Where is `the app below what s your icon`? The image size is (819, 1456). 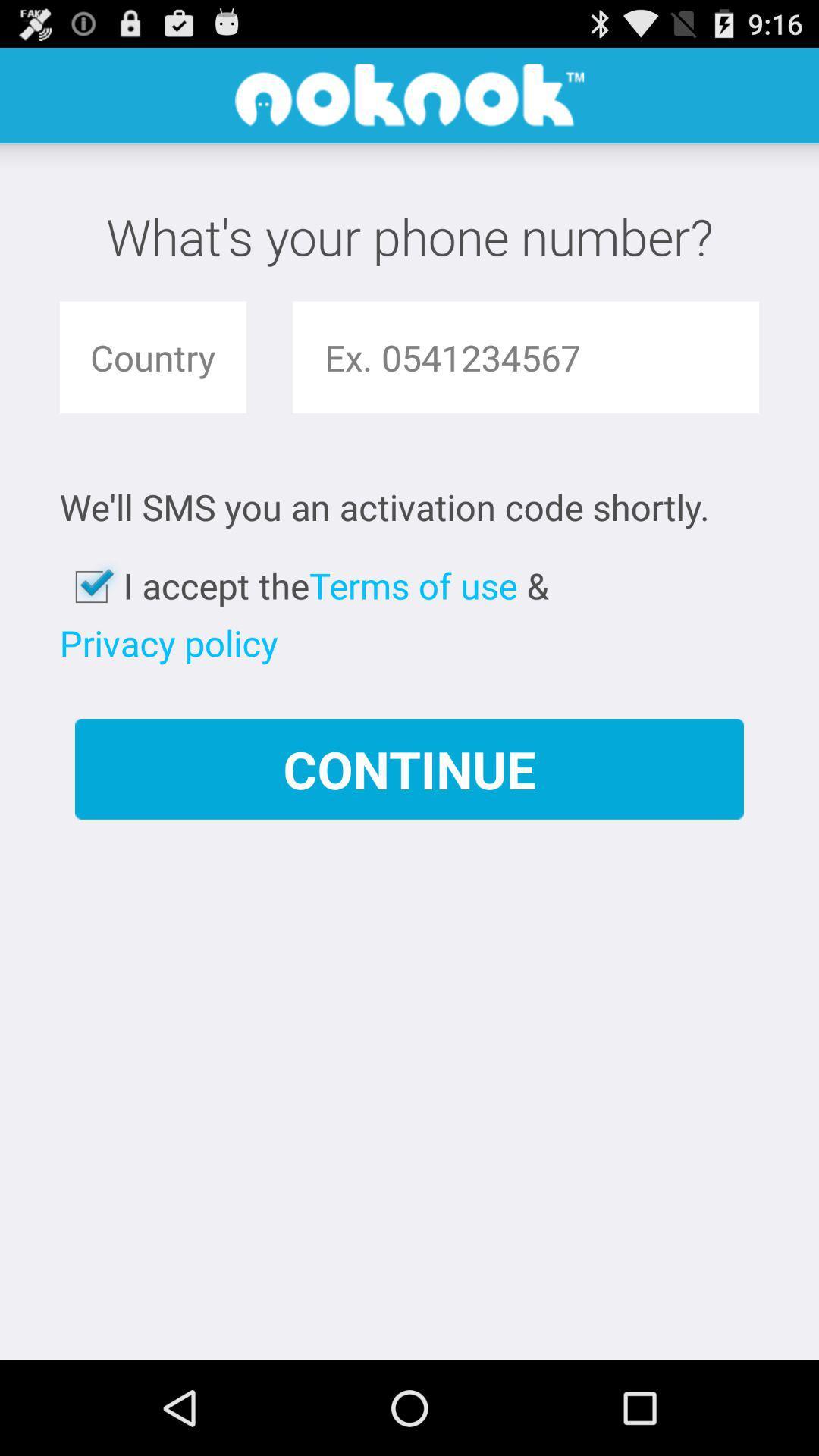
the app below what s your icon is located at coordinates (152, 356).